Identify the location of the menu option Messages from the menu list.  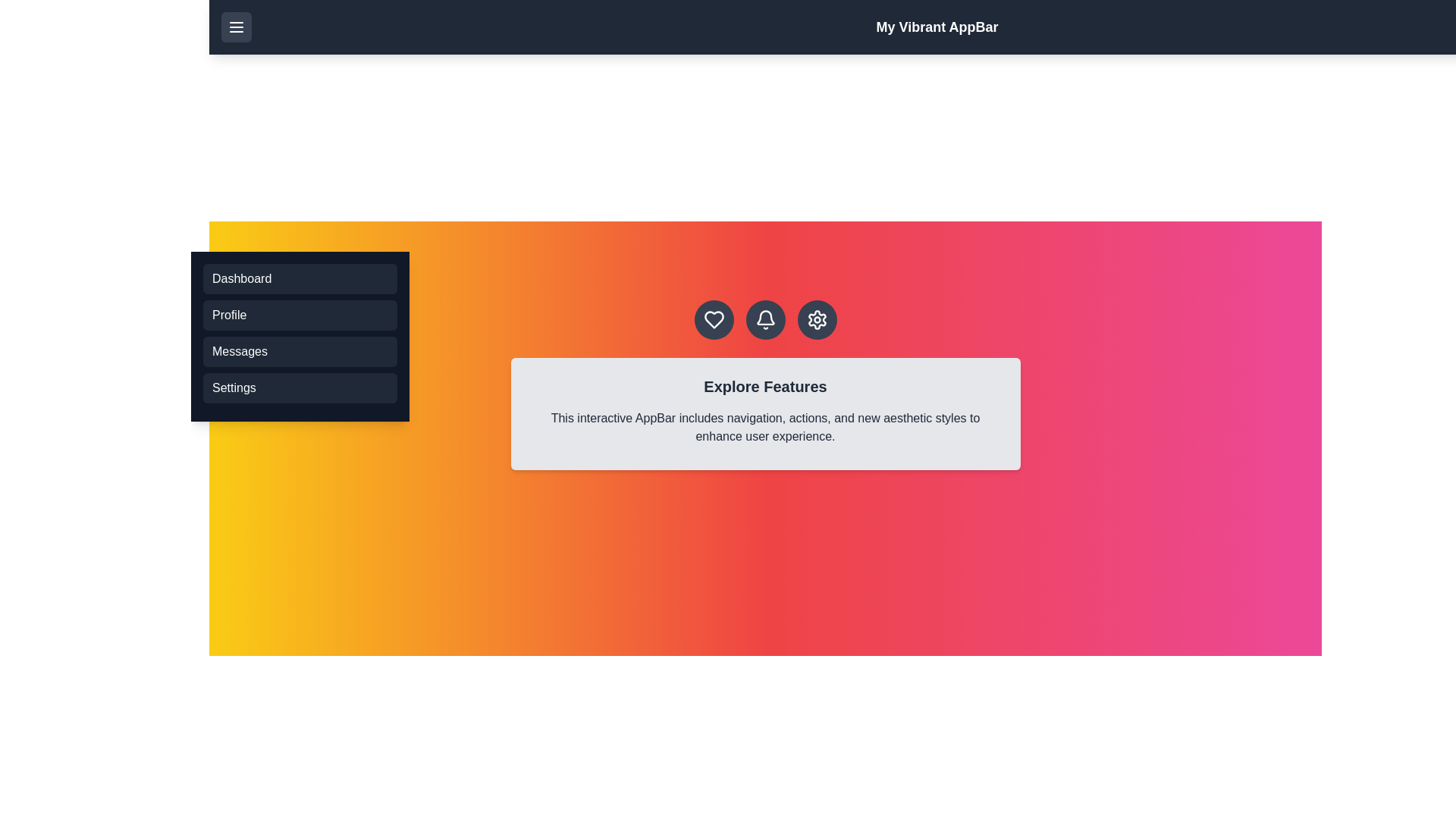
(300, 351).